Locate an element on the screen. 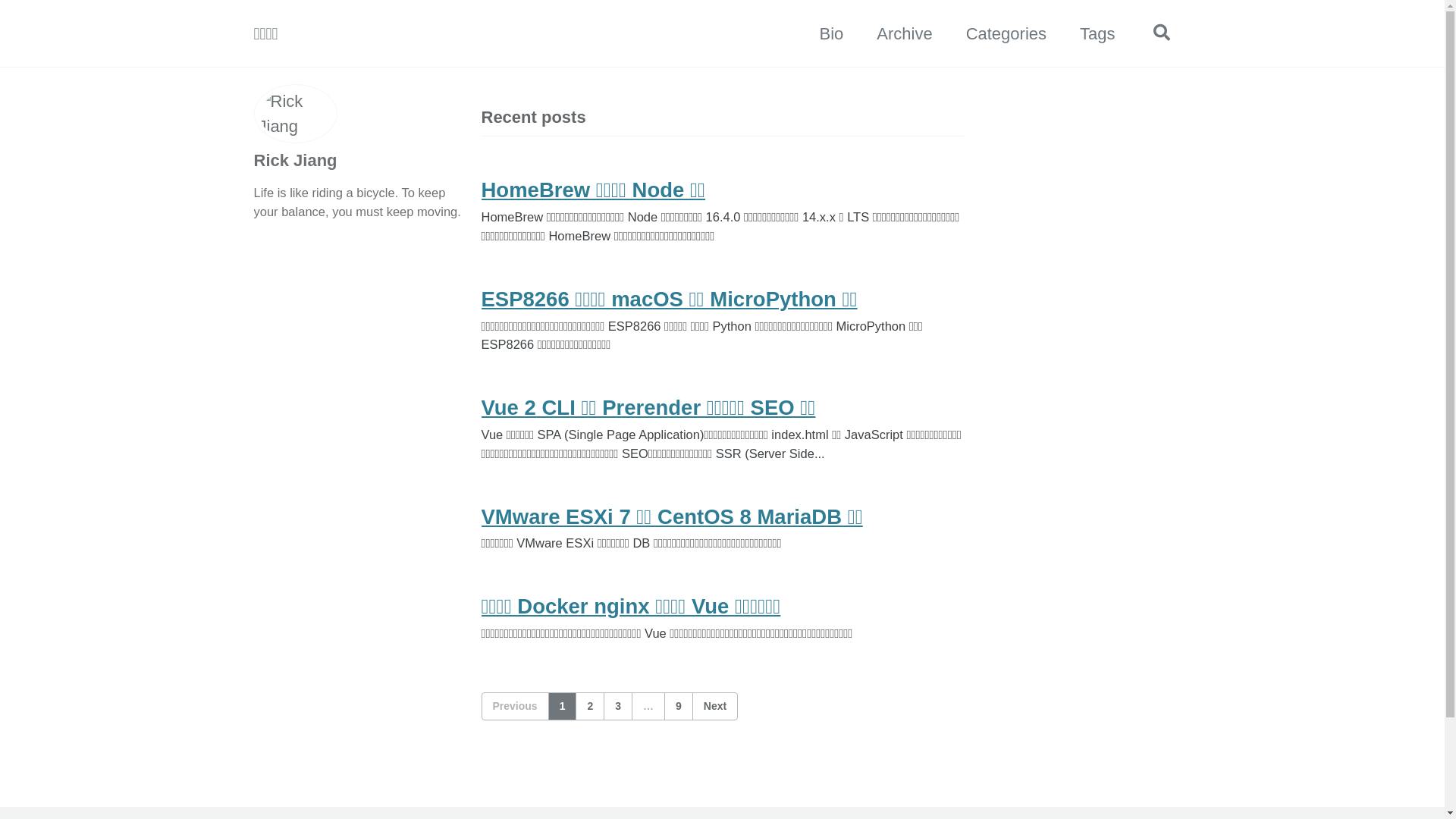  '2' is located at coordinates (588, 706).